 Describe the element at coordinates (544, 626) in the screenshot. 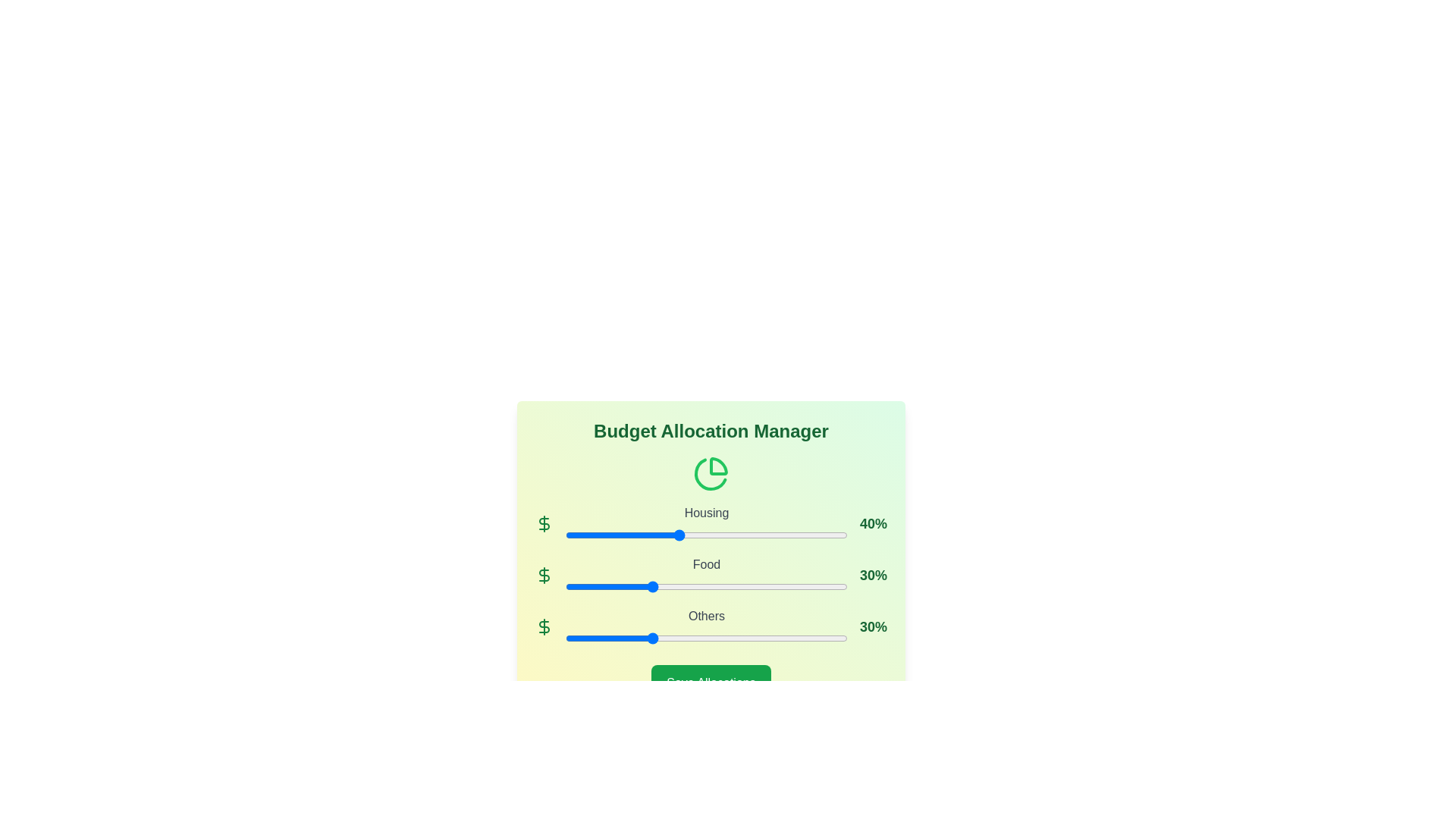

I see `the dollar sign icon for Others` at that location.